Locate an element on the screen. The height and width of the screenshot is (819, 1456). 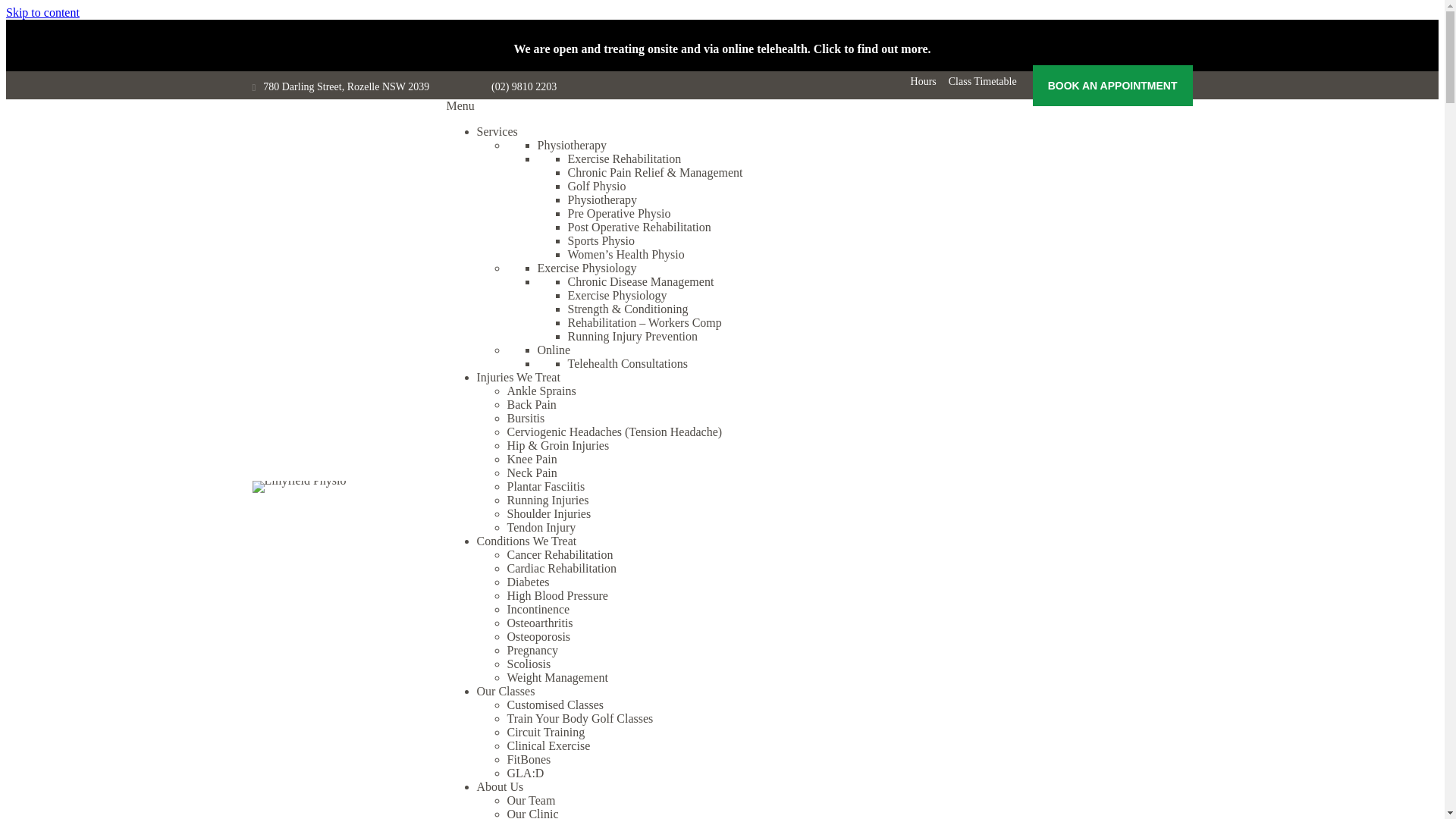
'Osteoporosis' is located at coordinates (538, 636).